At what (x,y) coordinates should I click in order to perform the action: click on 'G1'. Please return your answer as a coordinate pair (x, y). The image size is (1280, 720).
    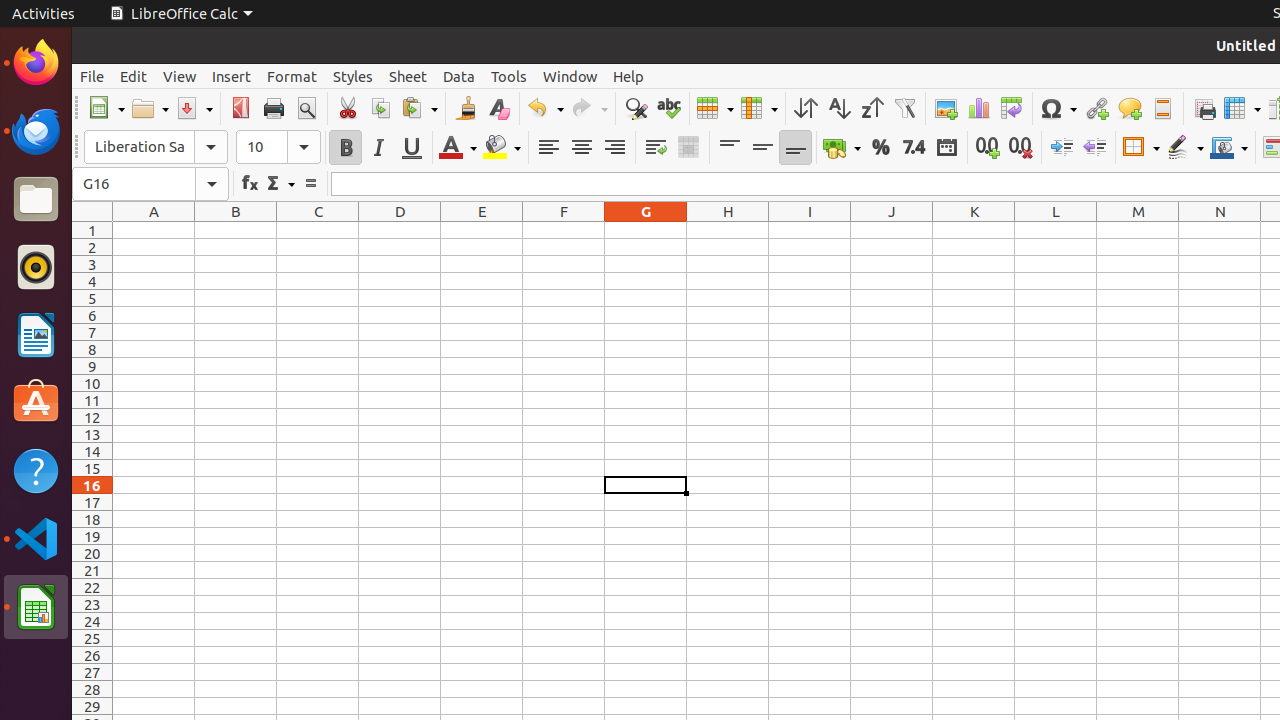
    Looking at the image, I should click on (646, 229).